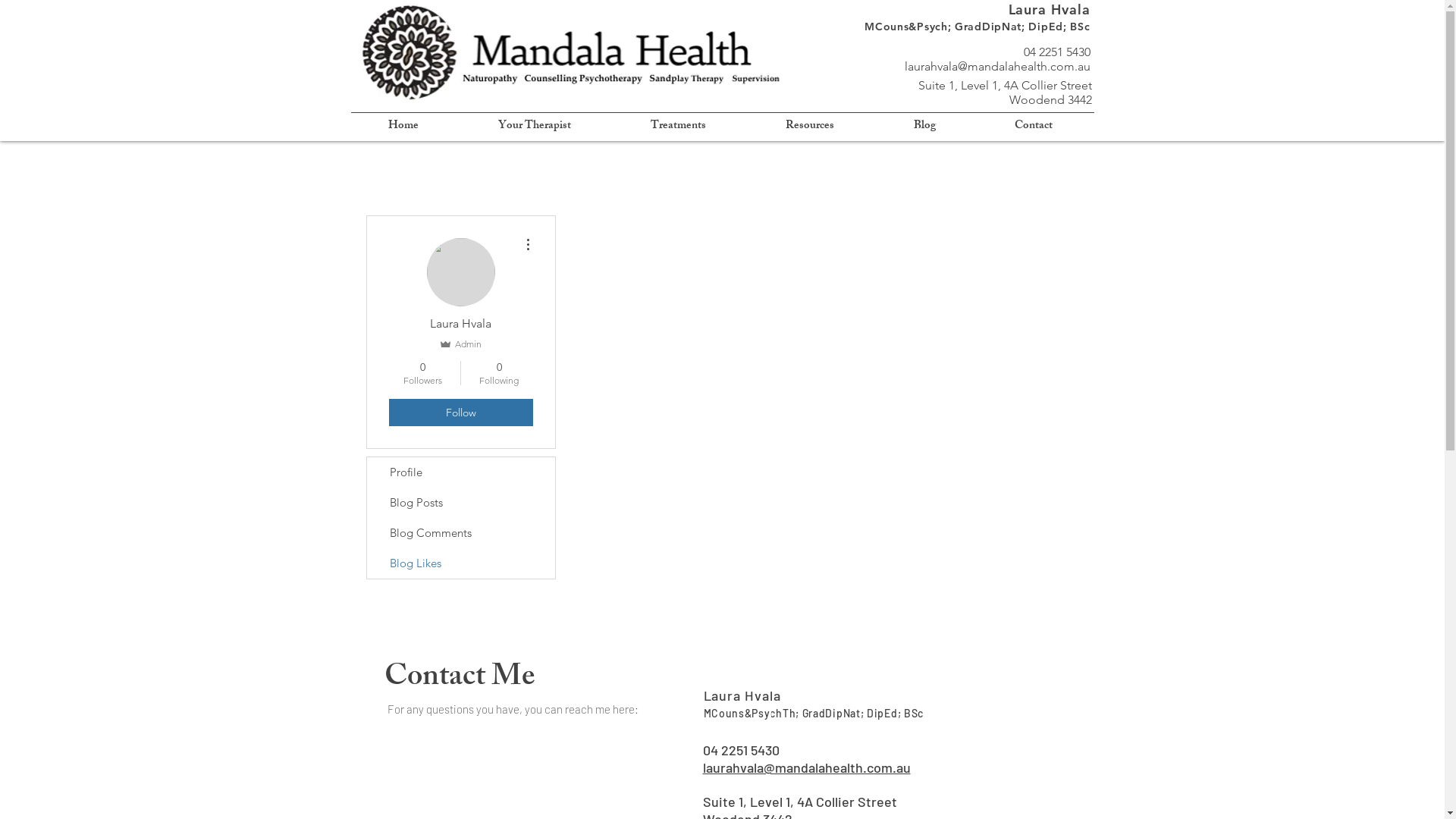 The height and width of the screenshot is (819, 1456). What do you see at coordinates (742, 695) in the screenshot?
I see `'Laura Hvala'` at bounding box center [742, 695].